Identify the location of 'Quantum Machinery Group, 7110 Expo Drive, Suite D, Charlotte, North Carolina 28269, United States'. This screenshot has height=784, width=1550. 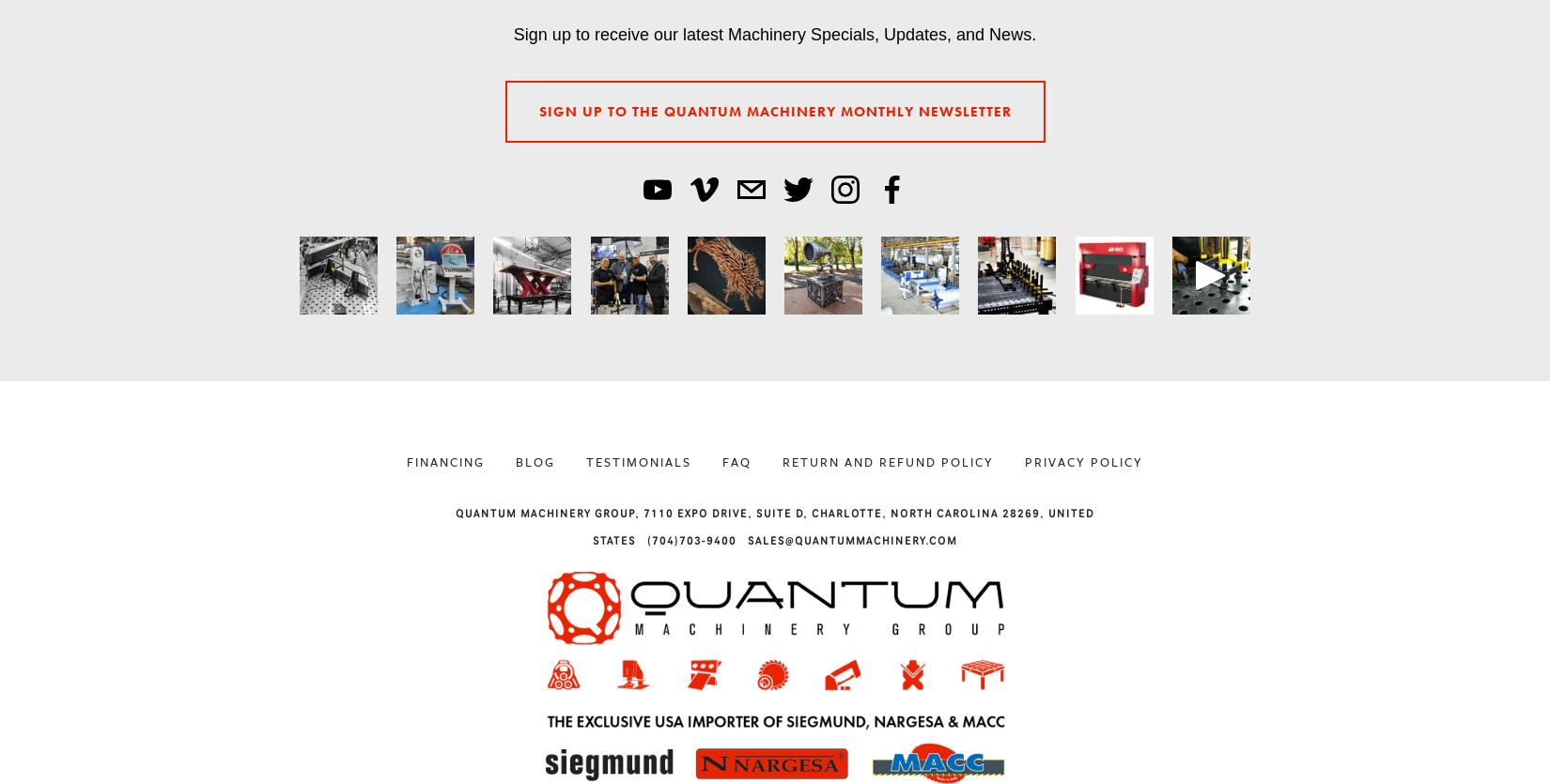
(775, 527).